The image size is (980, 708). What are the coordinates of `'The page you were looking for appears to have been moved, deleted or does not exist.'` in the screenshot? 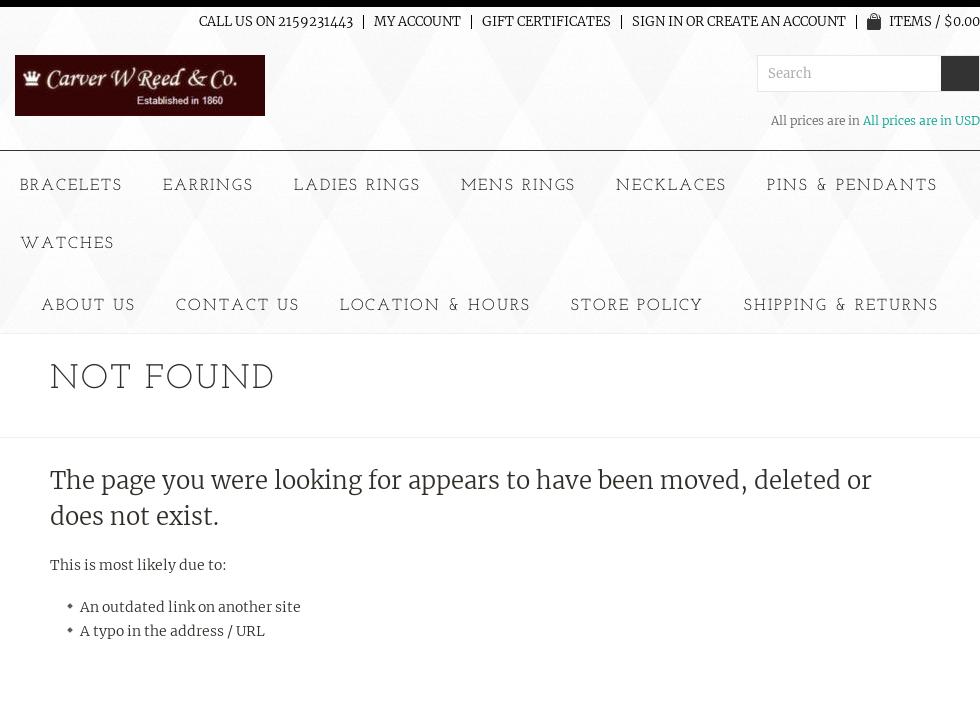 It's located at (460, 497).